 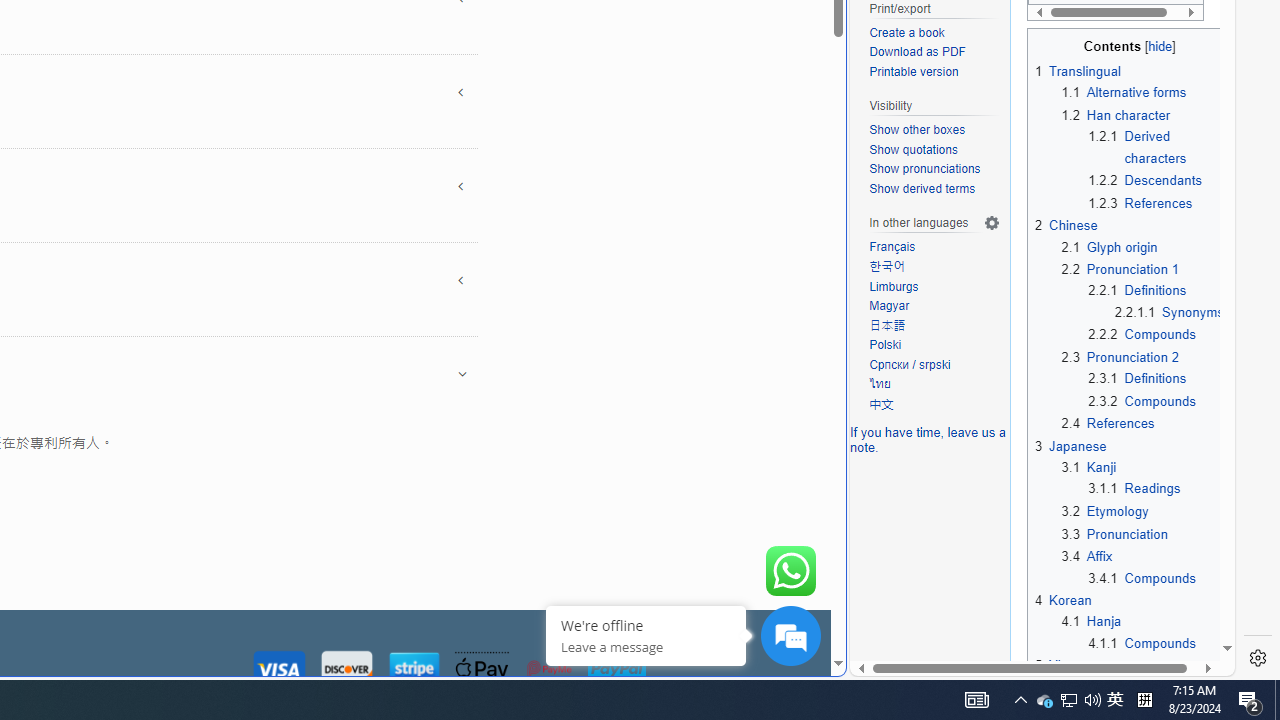 What do you see at coordinates (1088, 468) in the screenshot?
I see `'3.1 Kanji'` at bounding box center [1088, 468].